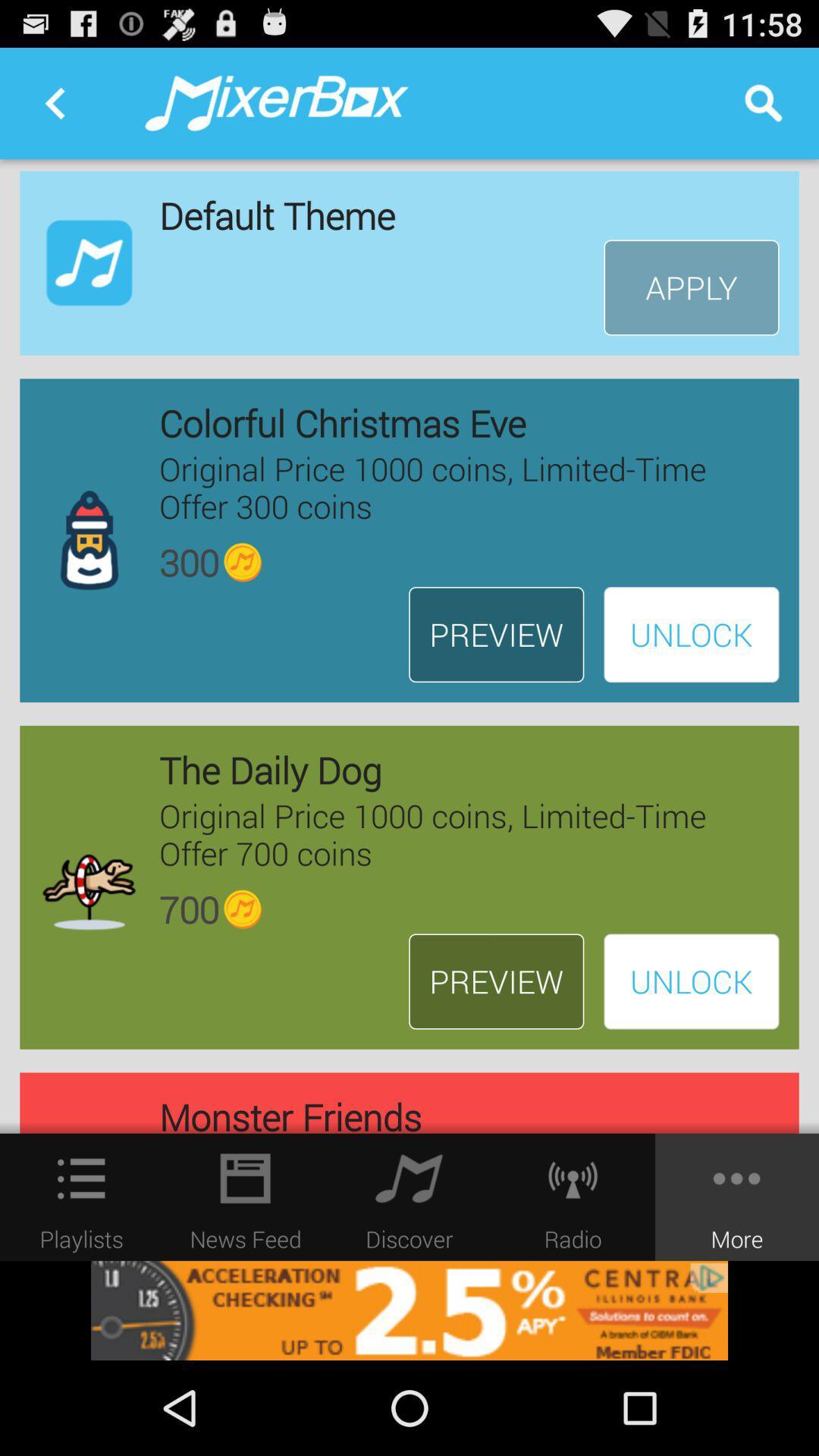 The height and width of the screenshot is (1456, 819). I want to click on the preview button which is in green color box, so click(496, 982).